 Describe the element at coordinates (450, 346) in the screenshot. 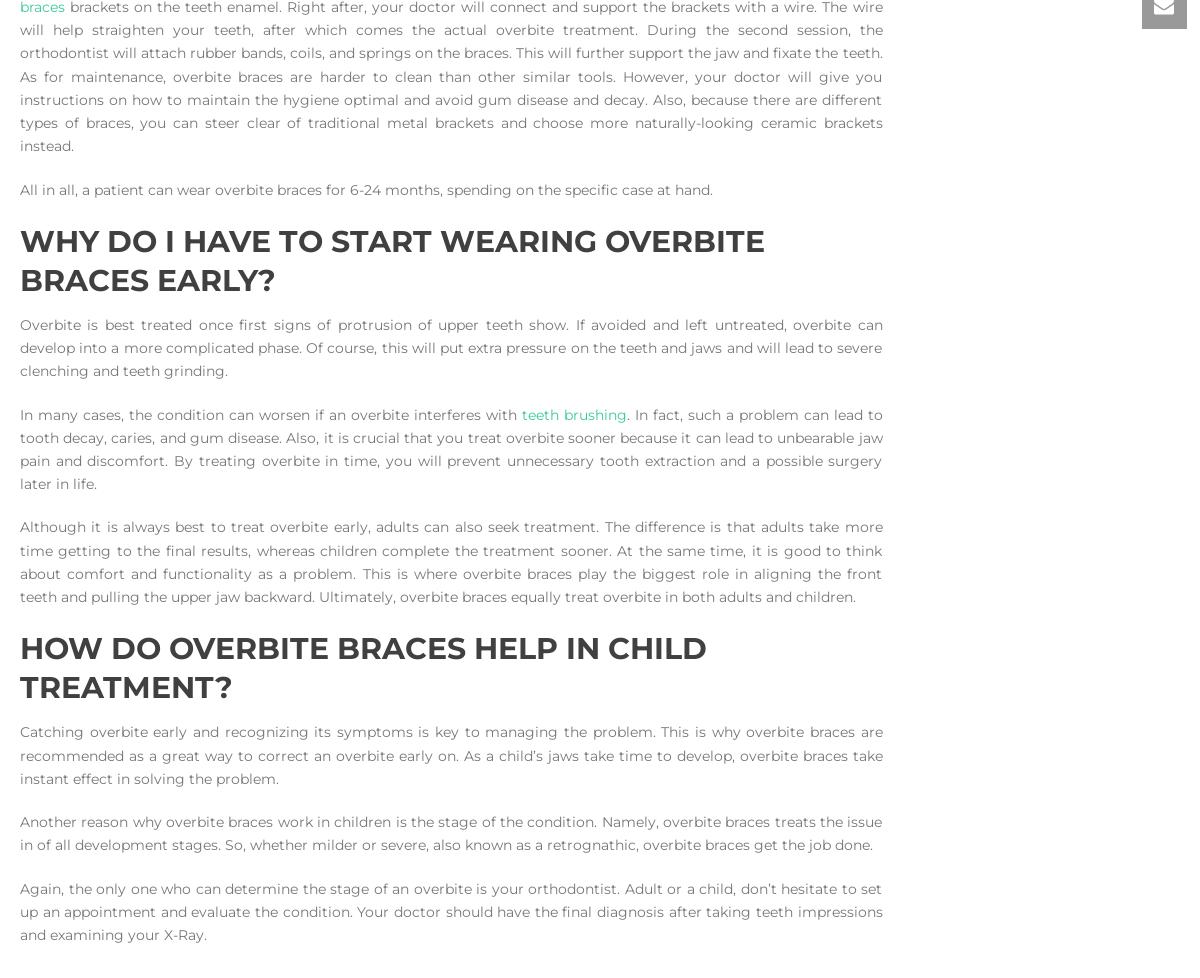

I see `'Overbite is best treated once first signs of protrusion of upper teeth show. If avoided and left untreated, overbite can develop into a more complicated phase. Of course, this will put extra pressure on the teeth and jaws and will lead to severe clenching and teeth grinding.'` at that location.